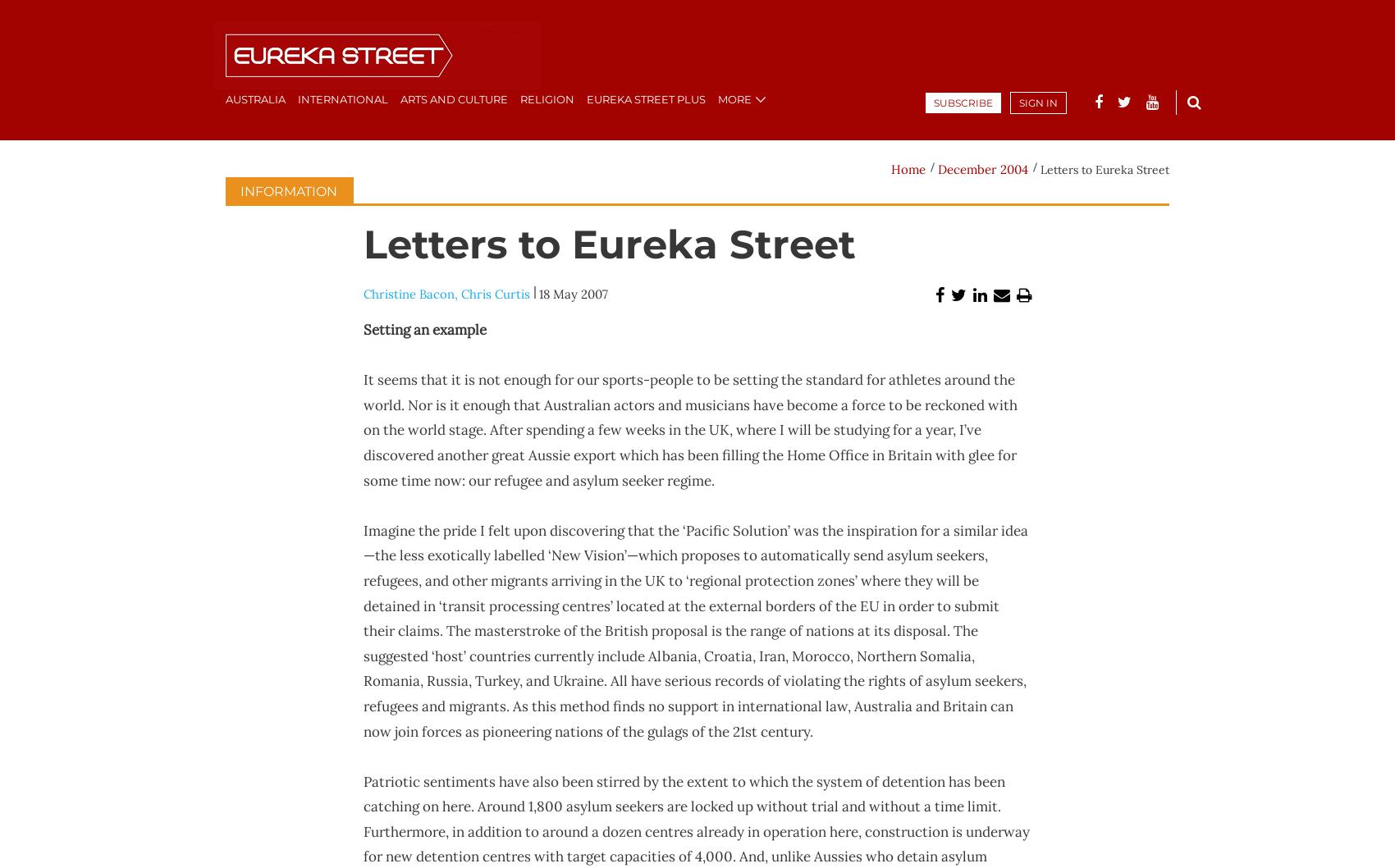 This screenshot has width=1395, height=868. I want to click on 'Setting an example', so click(423, 330).